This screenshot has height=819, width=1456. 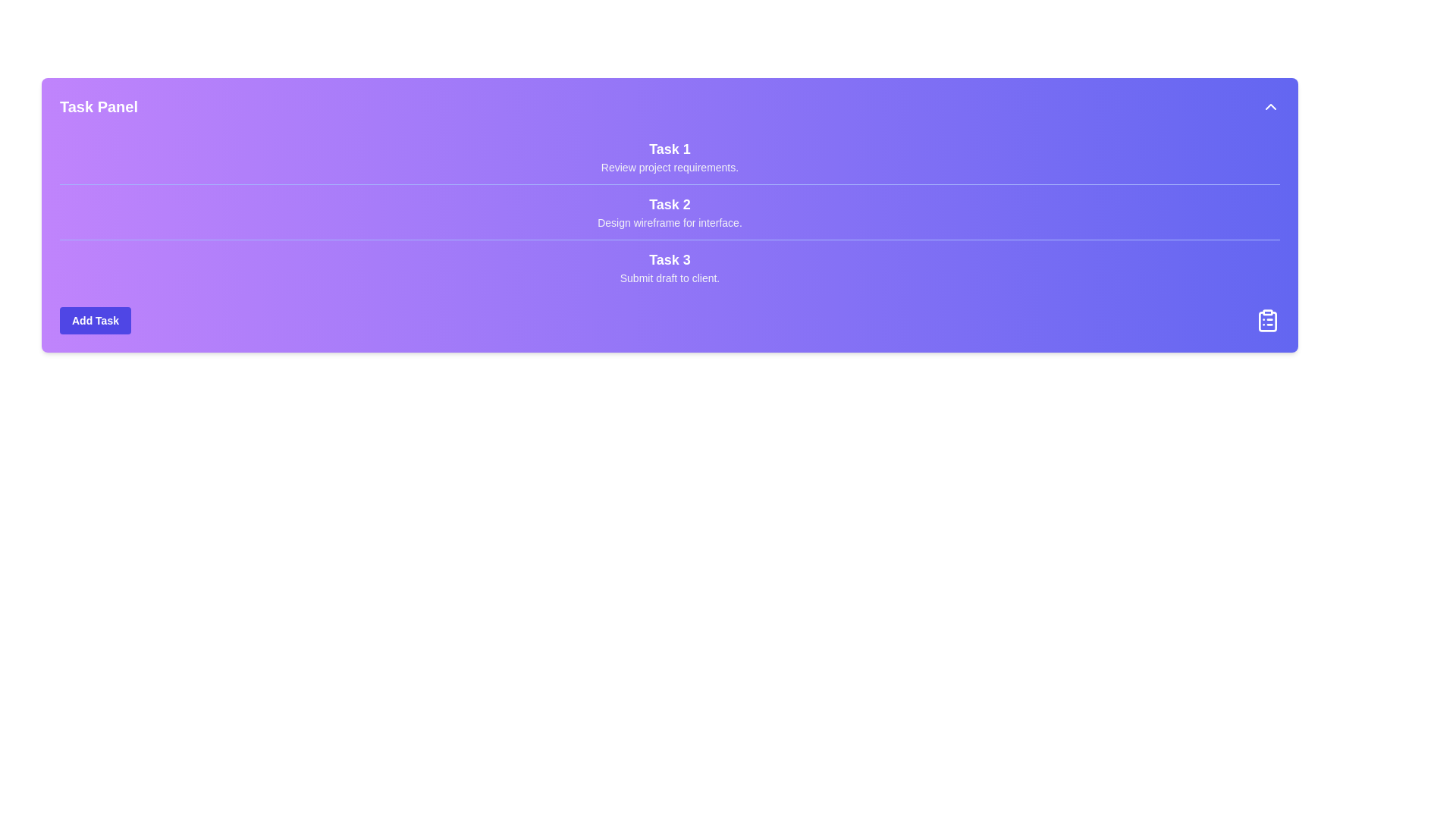 I want to click on the Text Label that displays the description for 'Task 3', located within the third task block of the task panel, so click(x=669, y=278).